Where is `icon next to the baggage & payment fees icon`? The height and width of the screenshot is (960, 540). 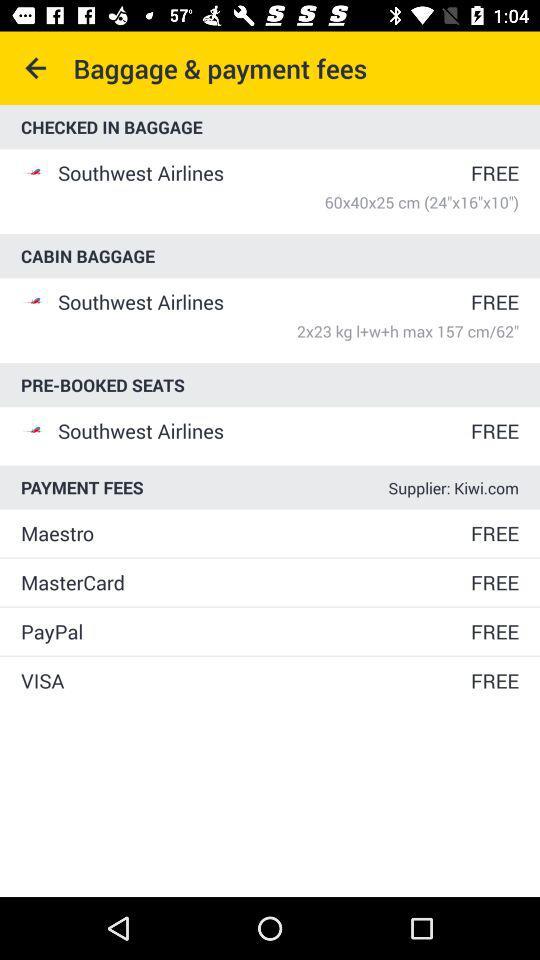
icon next to the baggage & payment fees icon is located at coordinates (36, 68).